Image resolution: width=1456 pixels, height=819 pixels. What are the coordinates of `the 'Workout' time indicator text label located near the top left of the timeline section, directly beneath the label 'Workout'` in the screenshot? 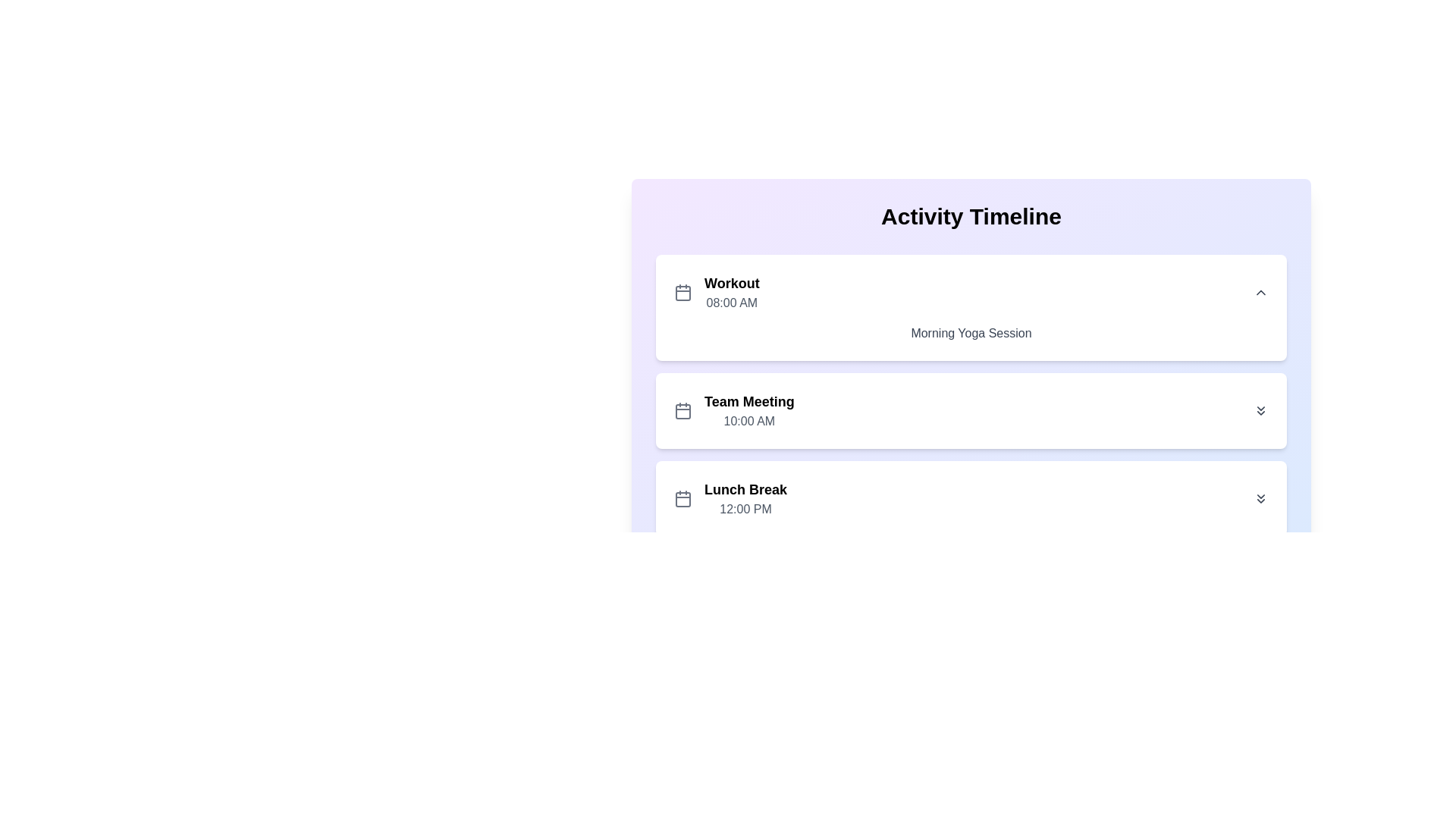 It's located at (732, 303).